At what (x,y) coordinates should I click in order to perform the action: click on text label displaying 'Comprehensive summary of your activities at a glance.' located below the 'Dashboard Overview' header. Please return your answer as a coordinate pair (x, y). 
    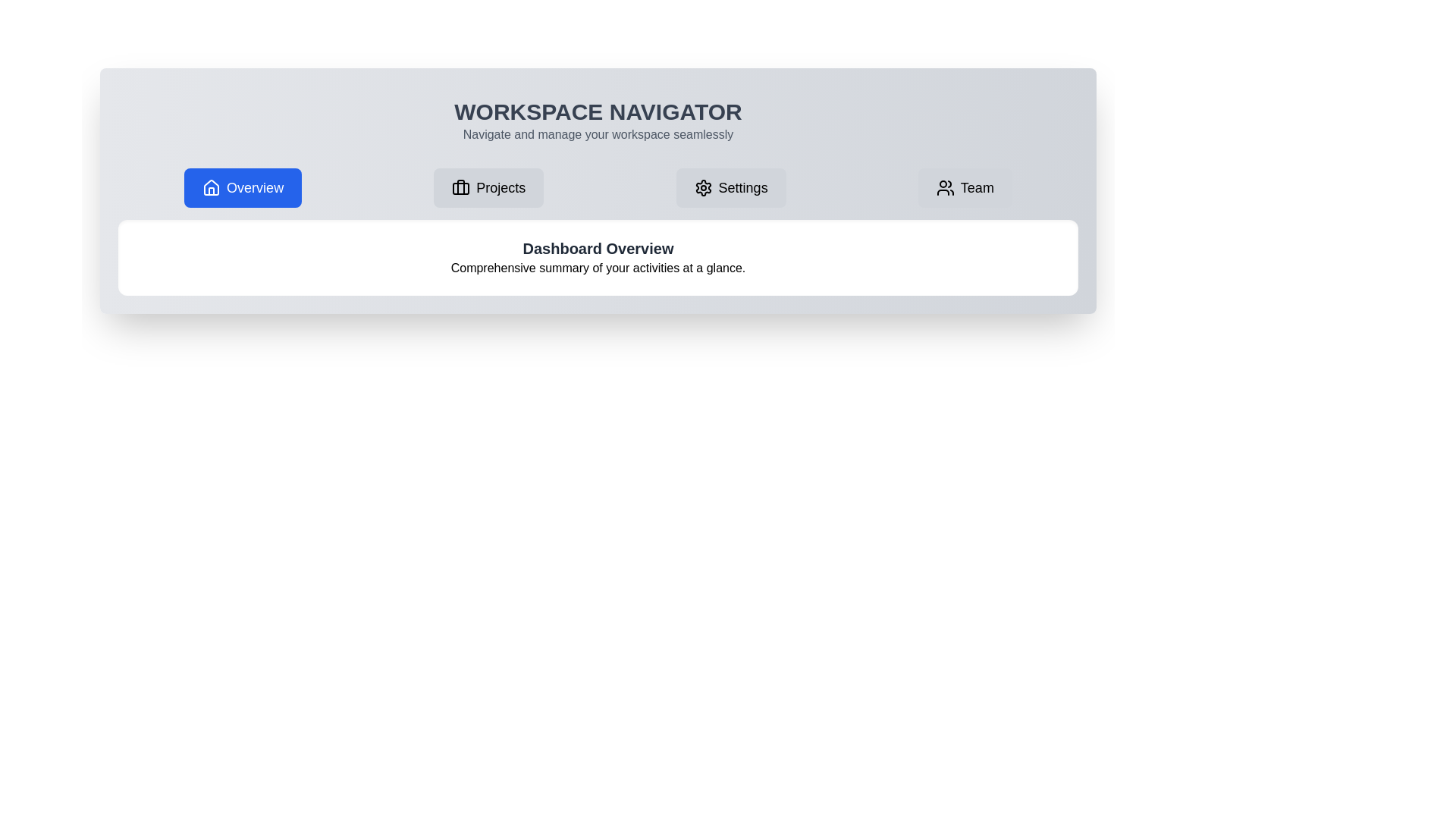
    Looking at the image, I should click on (597, 268).